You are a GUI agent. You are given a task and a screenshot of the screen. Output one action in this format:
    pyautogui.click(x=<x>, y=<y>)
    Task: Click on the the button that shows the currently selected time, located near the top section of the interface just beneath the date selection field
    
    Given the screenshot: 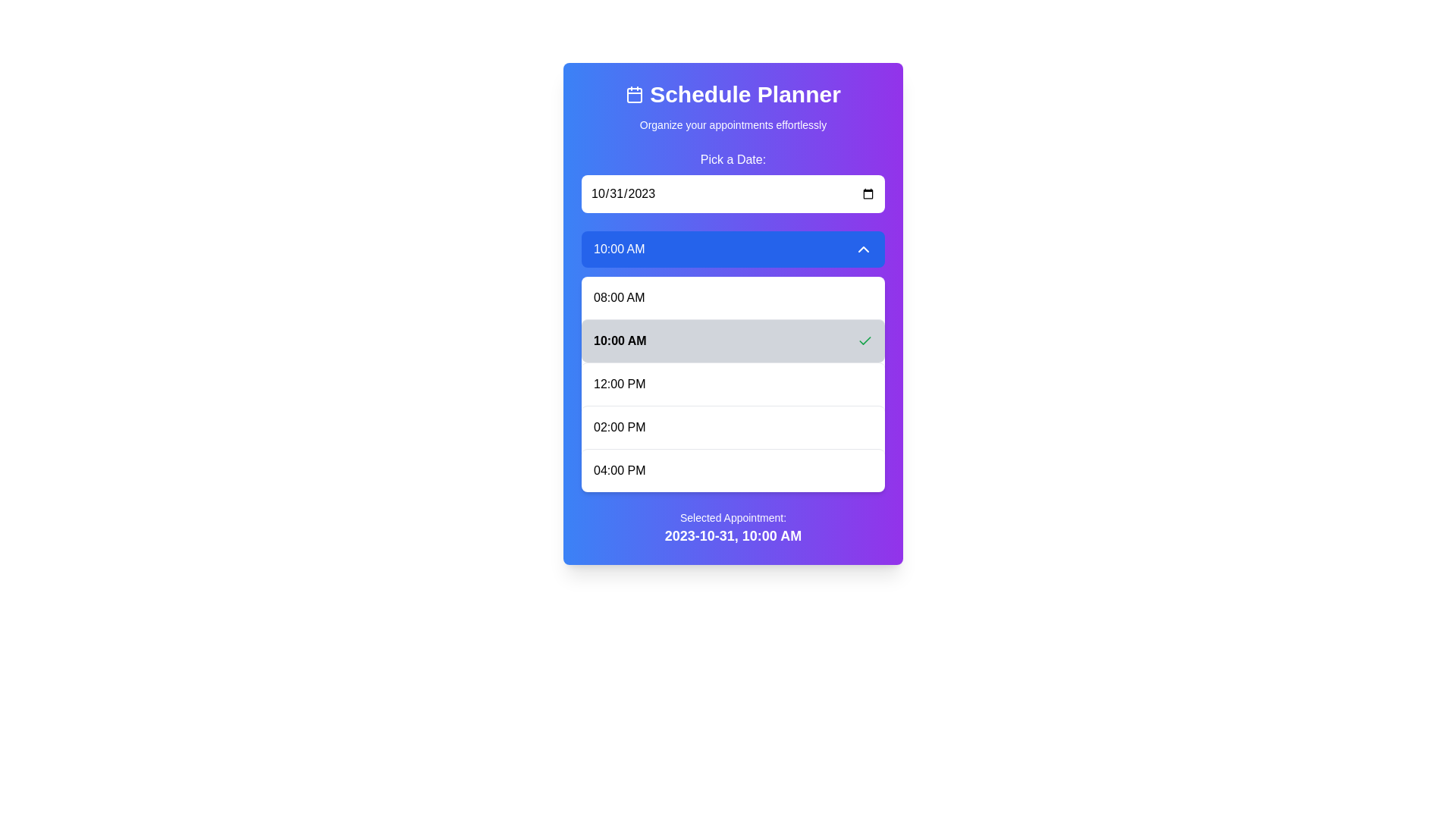 What is the action you would take?
    pyautogui.click(x=733, y=248)
    